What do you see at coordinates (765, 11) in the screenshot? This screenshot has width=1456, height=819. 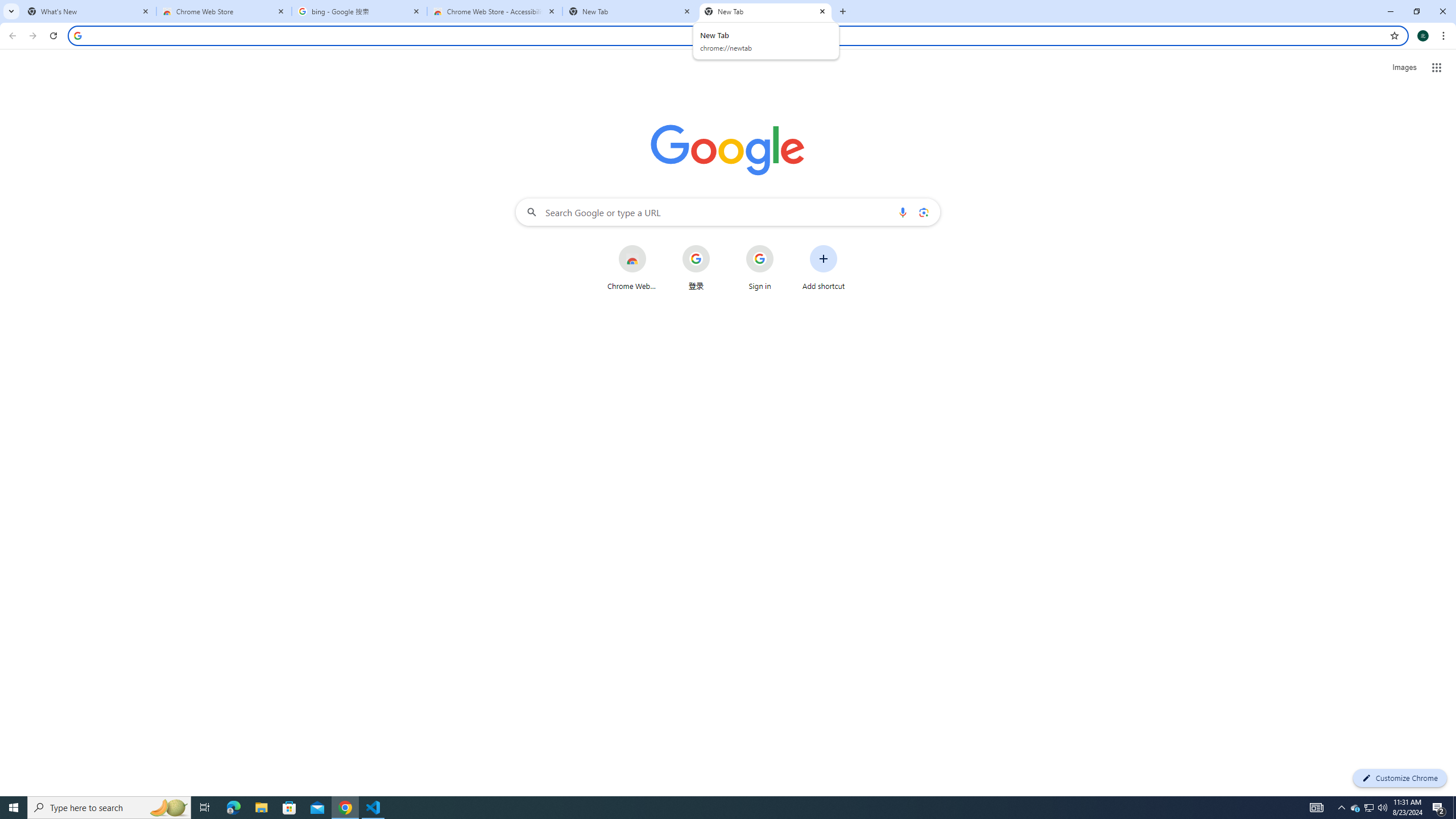 I see `'New Tab'` at bounding box center [765, 11].